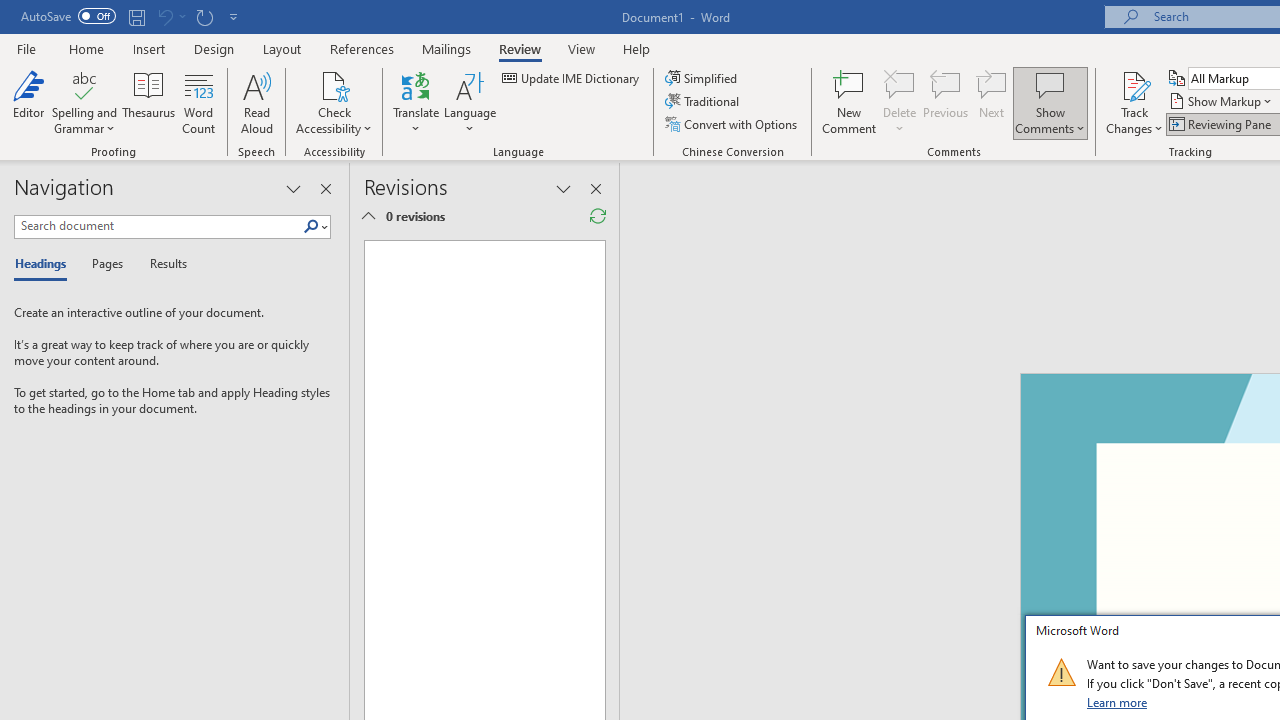 This screenshot has width=1280, height=720. I want to click on 'Show Detailed Summary', so click(369, 216).